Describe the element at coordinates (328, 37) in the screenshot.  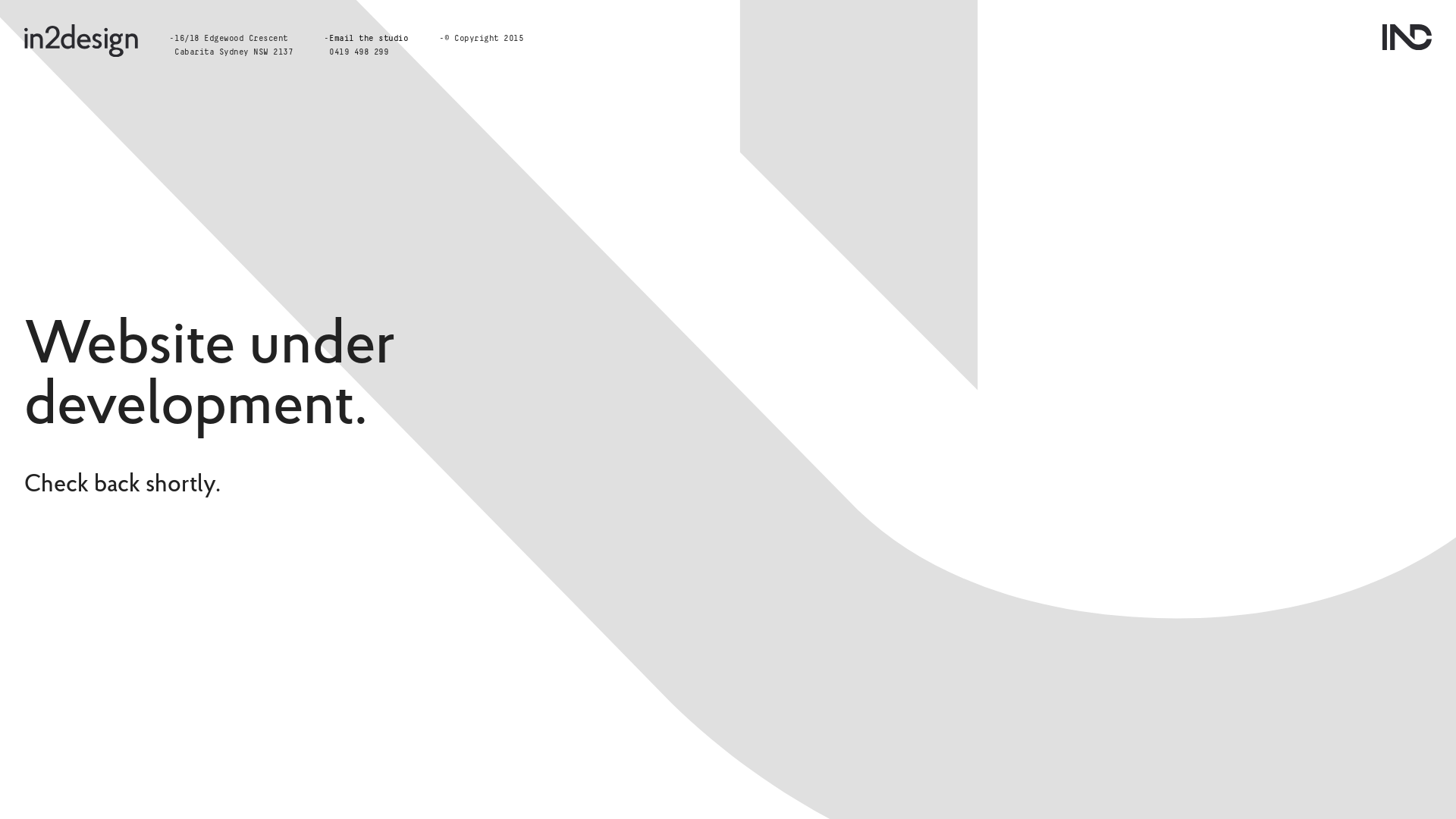
I see `'Email the studio'` at that location.